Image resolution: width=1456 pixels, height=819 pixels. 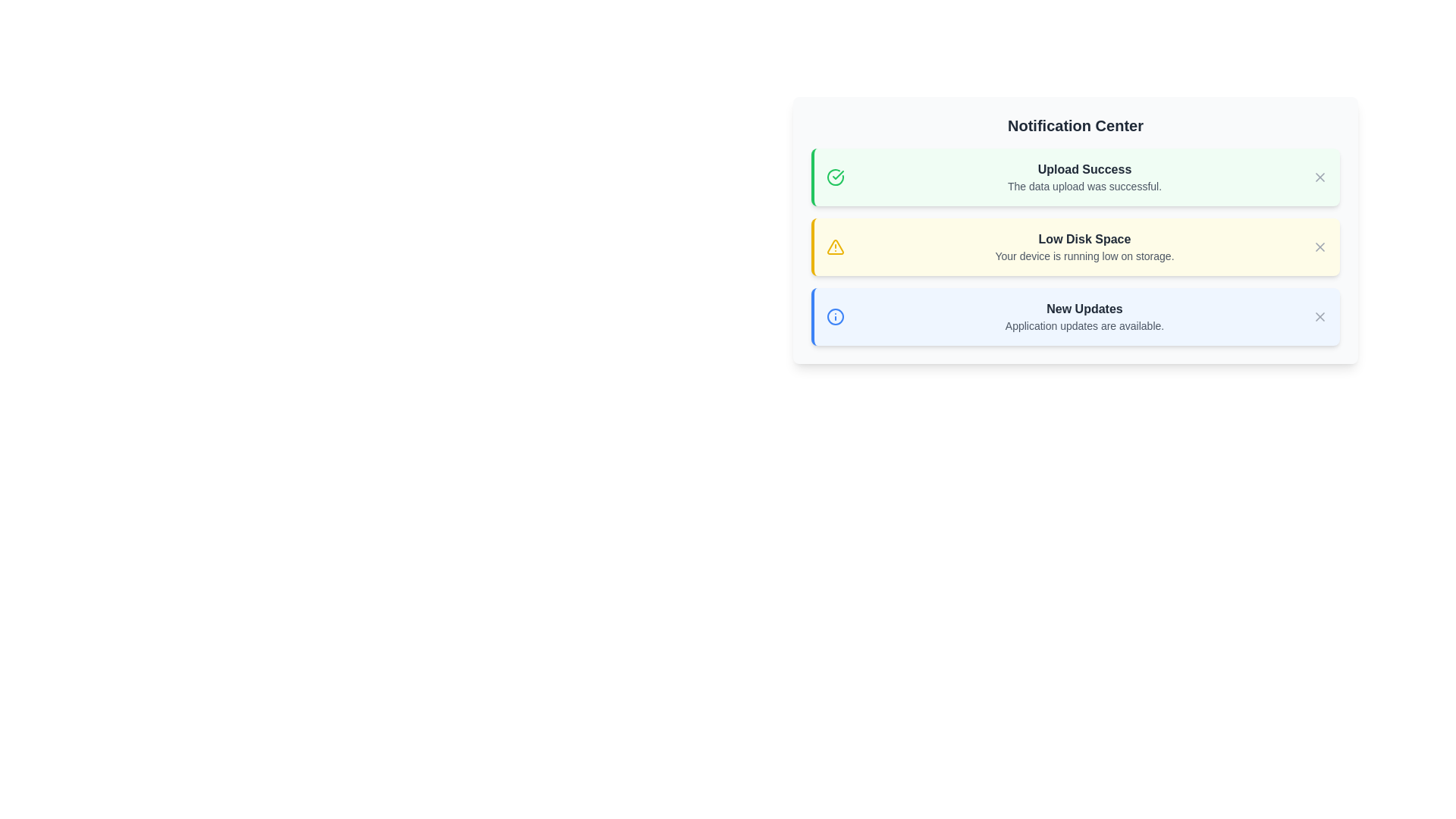 I want to click on the dismiss icon located in the notification center adjacent to the 'Low Disk Space' notification card, so click(x=1319, y=246).